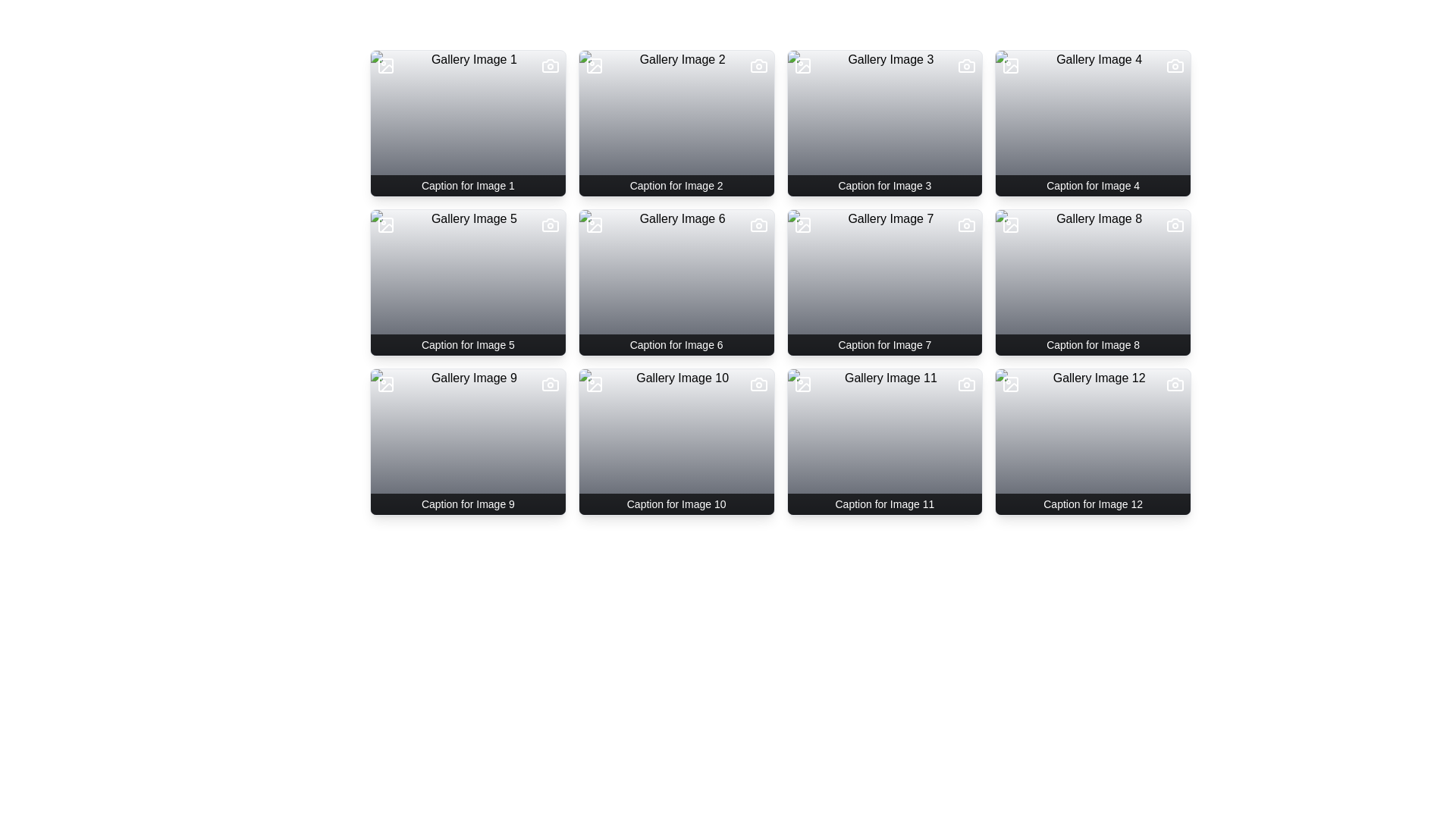 The width and height of the screenshot is (1456, 819). What do you see at coordinates (549, 225) in the screenshot?
I see `the camera icon button located in the top-right corner of the thumbnail for 'Gallery Image 5'` at bounding box center [549, 225].